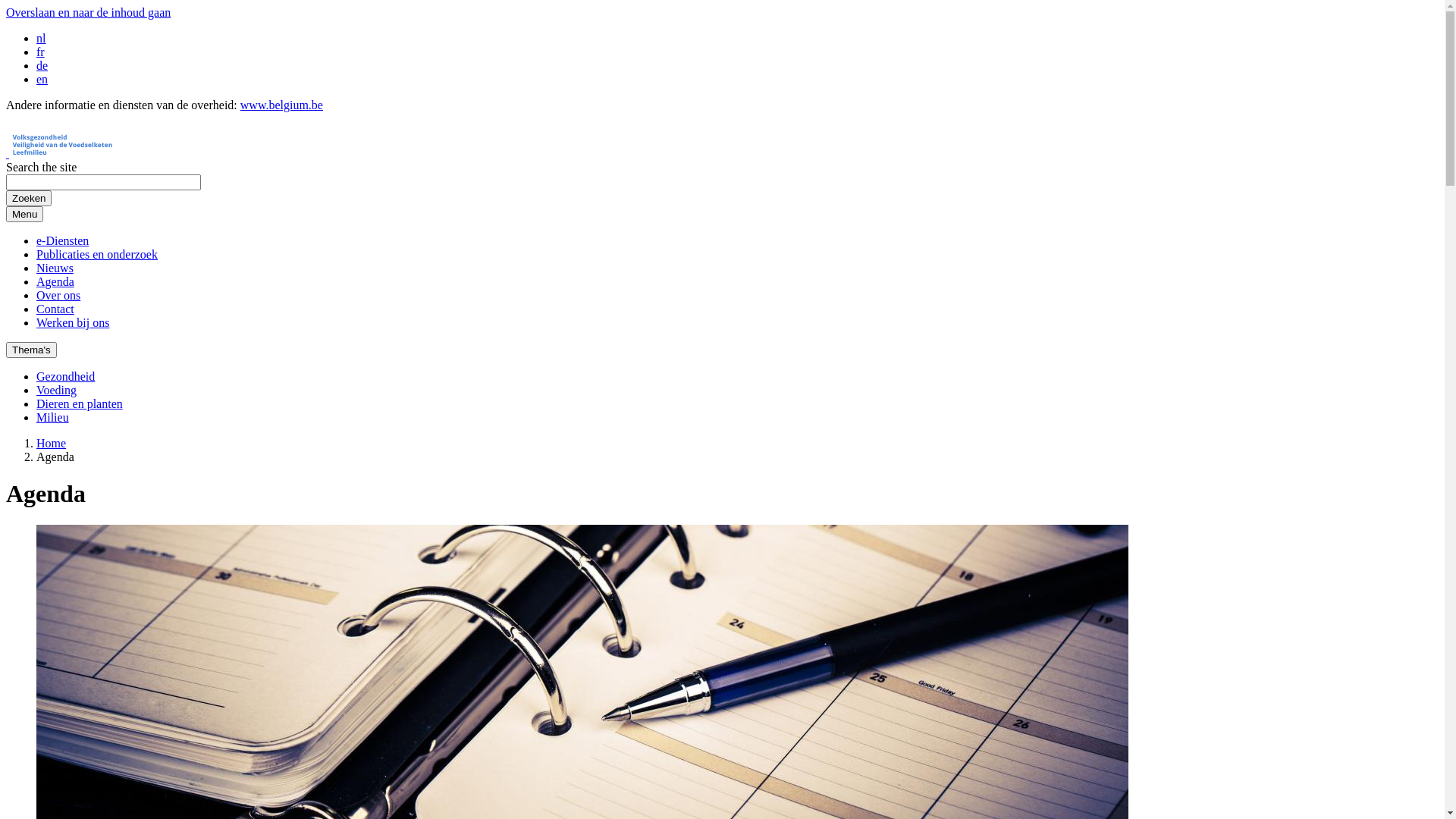 The image size is (1456, 819). Describe the element at coordinates (51, 443) in the screenshot. I see `'Home'` at that location.